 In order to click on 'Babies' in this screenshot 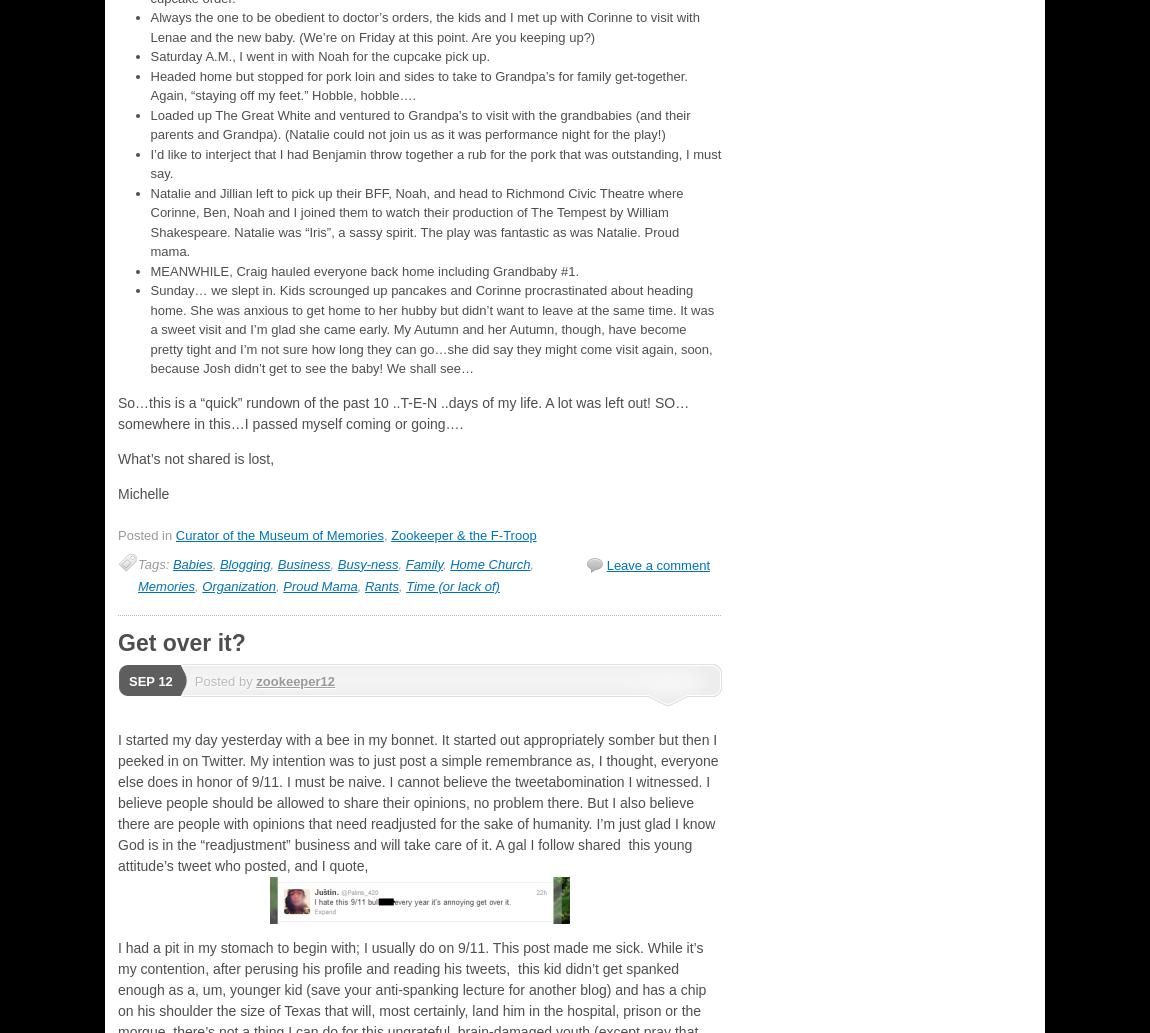, I will do `click(191, 562)`.